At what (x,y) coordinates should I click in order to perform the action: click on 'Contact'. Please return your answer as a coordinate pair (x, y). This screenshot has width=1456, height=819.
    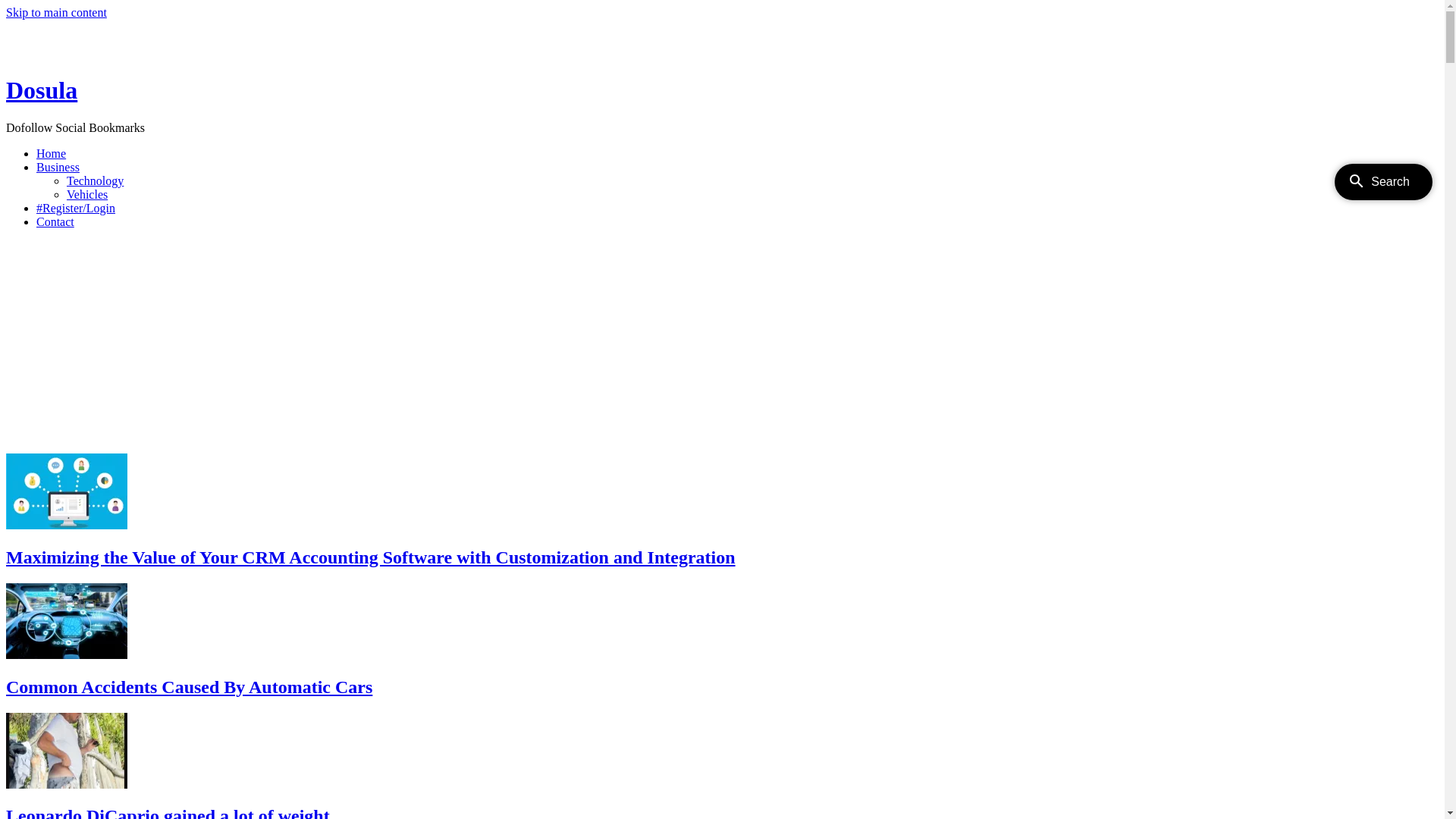
    Looking at the image, I should click on (55, 221).